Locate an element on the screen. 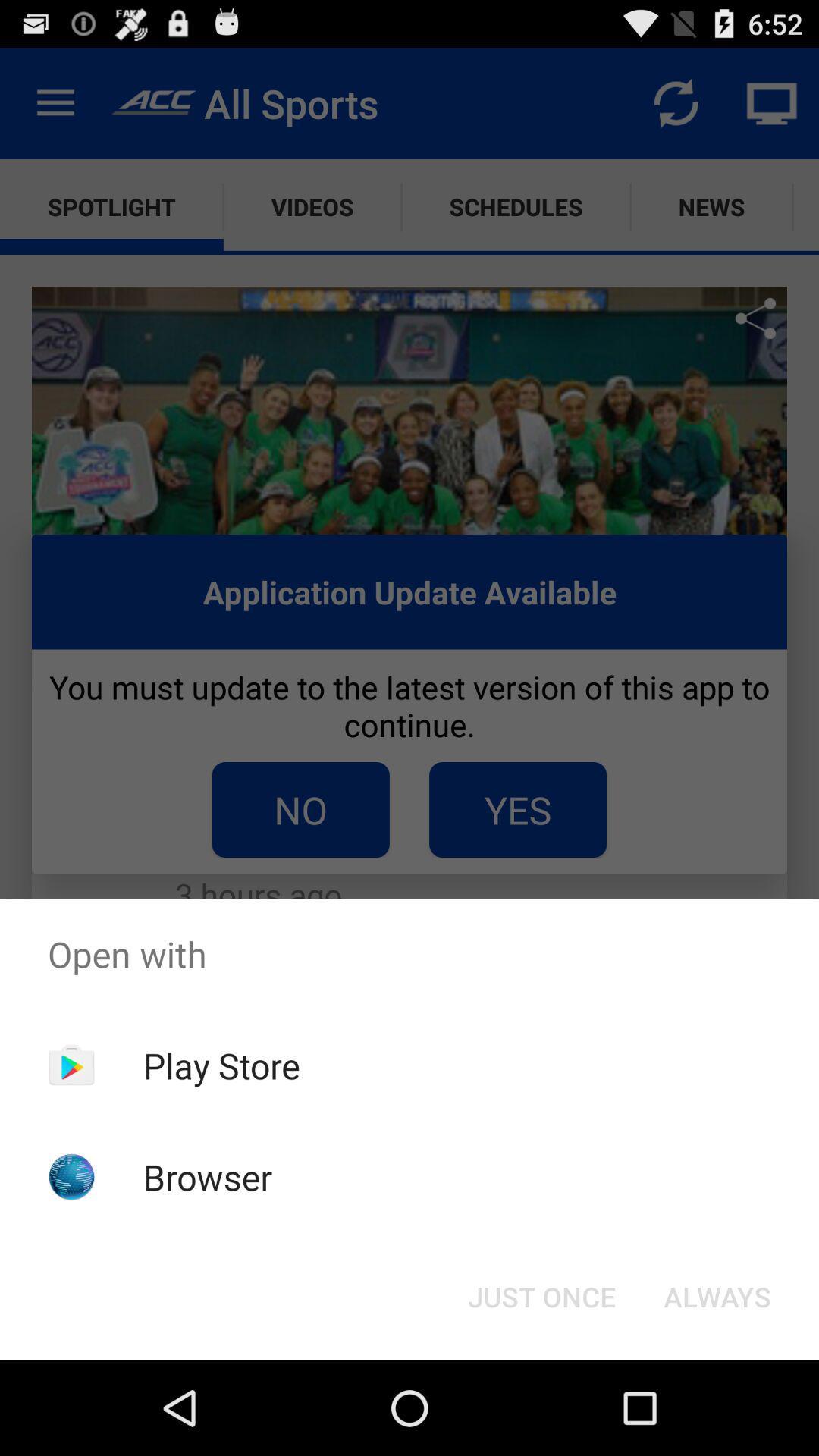 This screenshot has width=819, height=1456. browser item is located at coordinates (208, 1176).